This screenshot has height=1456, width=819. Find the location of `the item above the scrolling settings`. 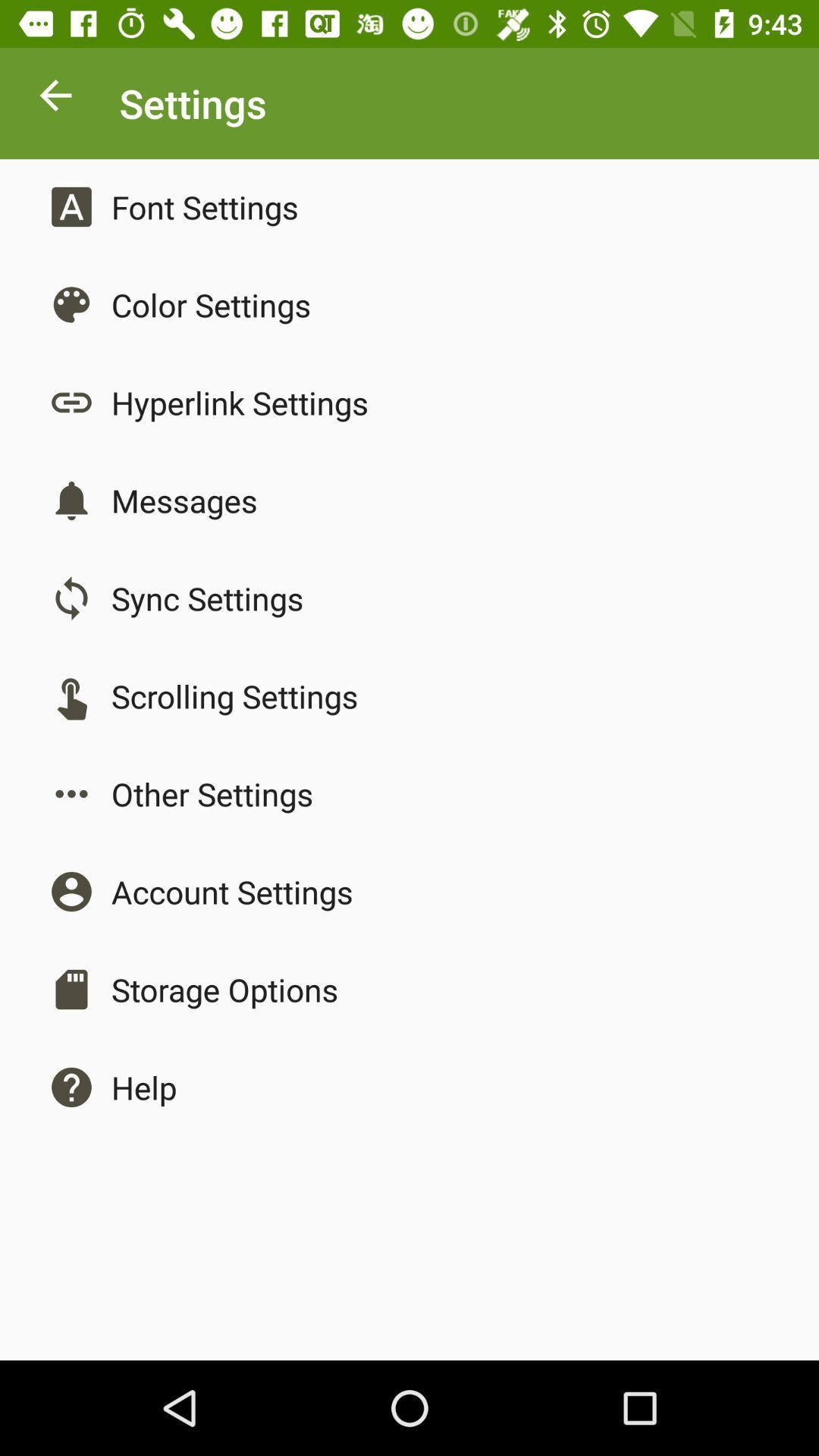

the item above the scrolling settings is located at coordinates (207, 597).